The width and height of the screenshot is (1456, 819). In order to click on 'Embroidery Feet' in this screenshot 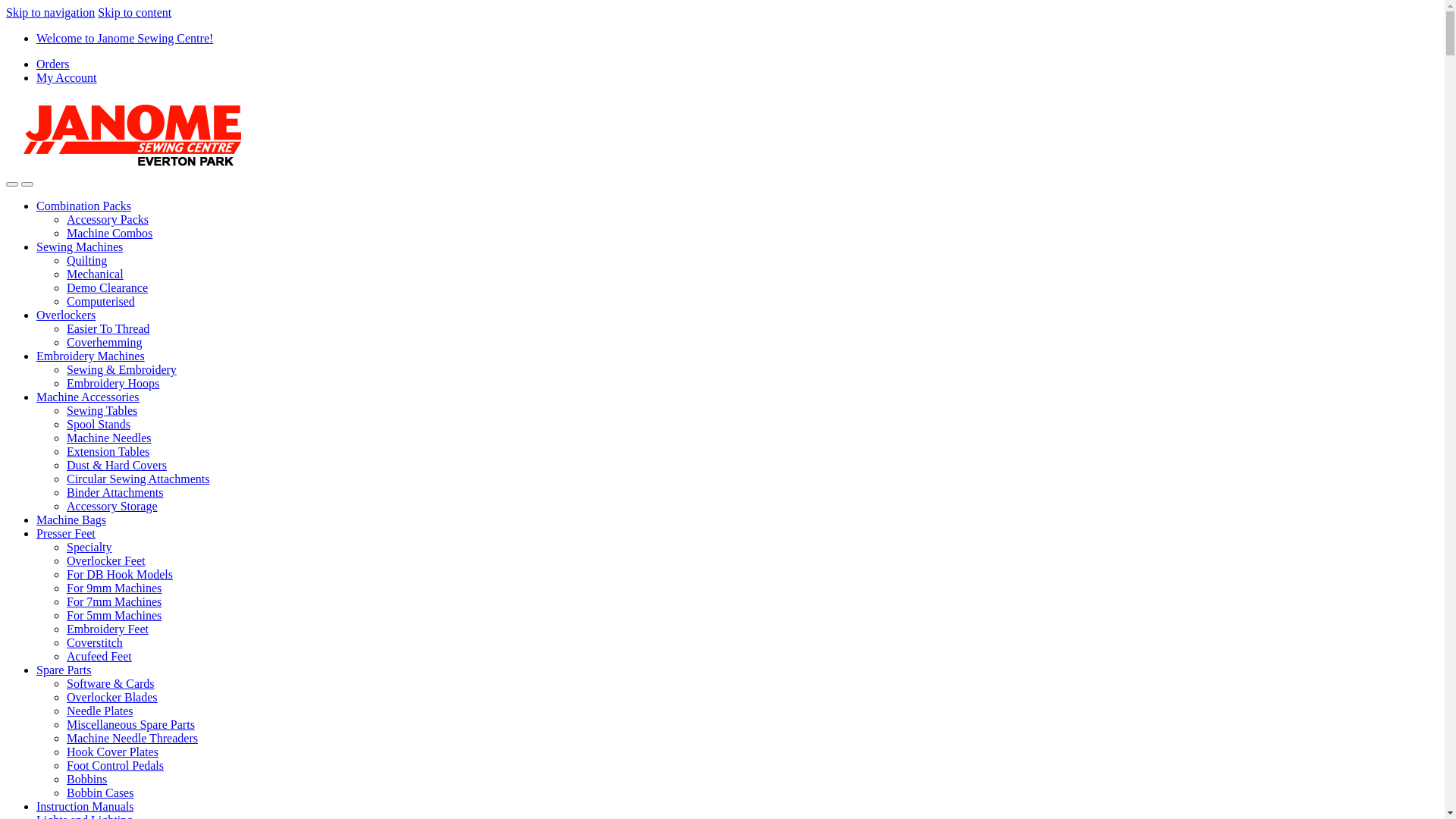, I will do `click(107, 629)`.